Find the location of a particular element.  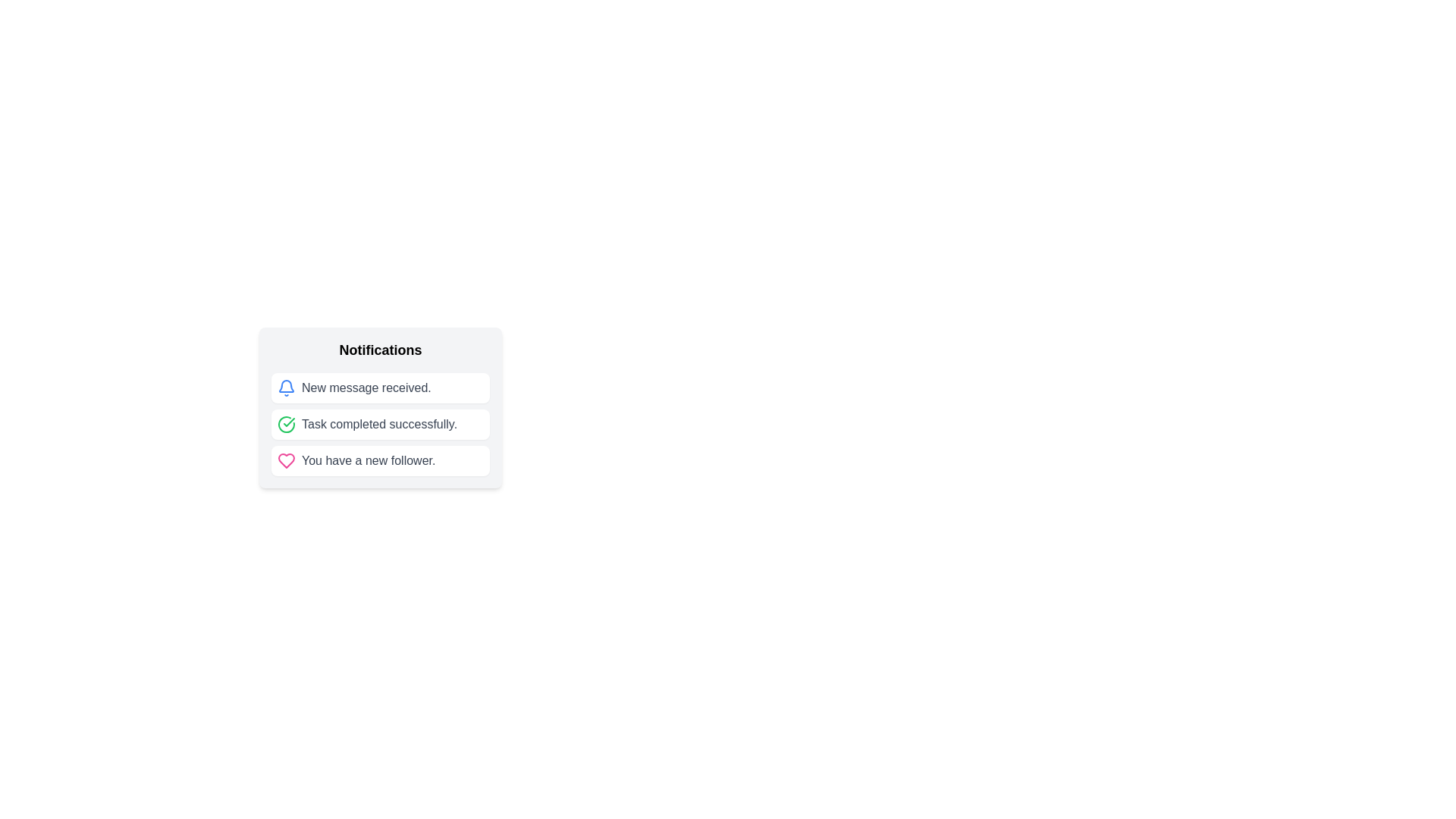

the circular green icon with a checkmark inside, which indicates a positive or completed status, located in the middle notification box adjacent to the text 'Task completed successfully.' is located at coordinates (287, 424).